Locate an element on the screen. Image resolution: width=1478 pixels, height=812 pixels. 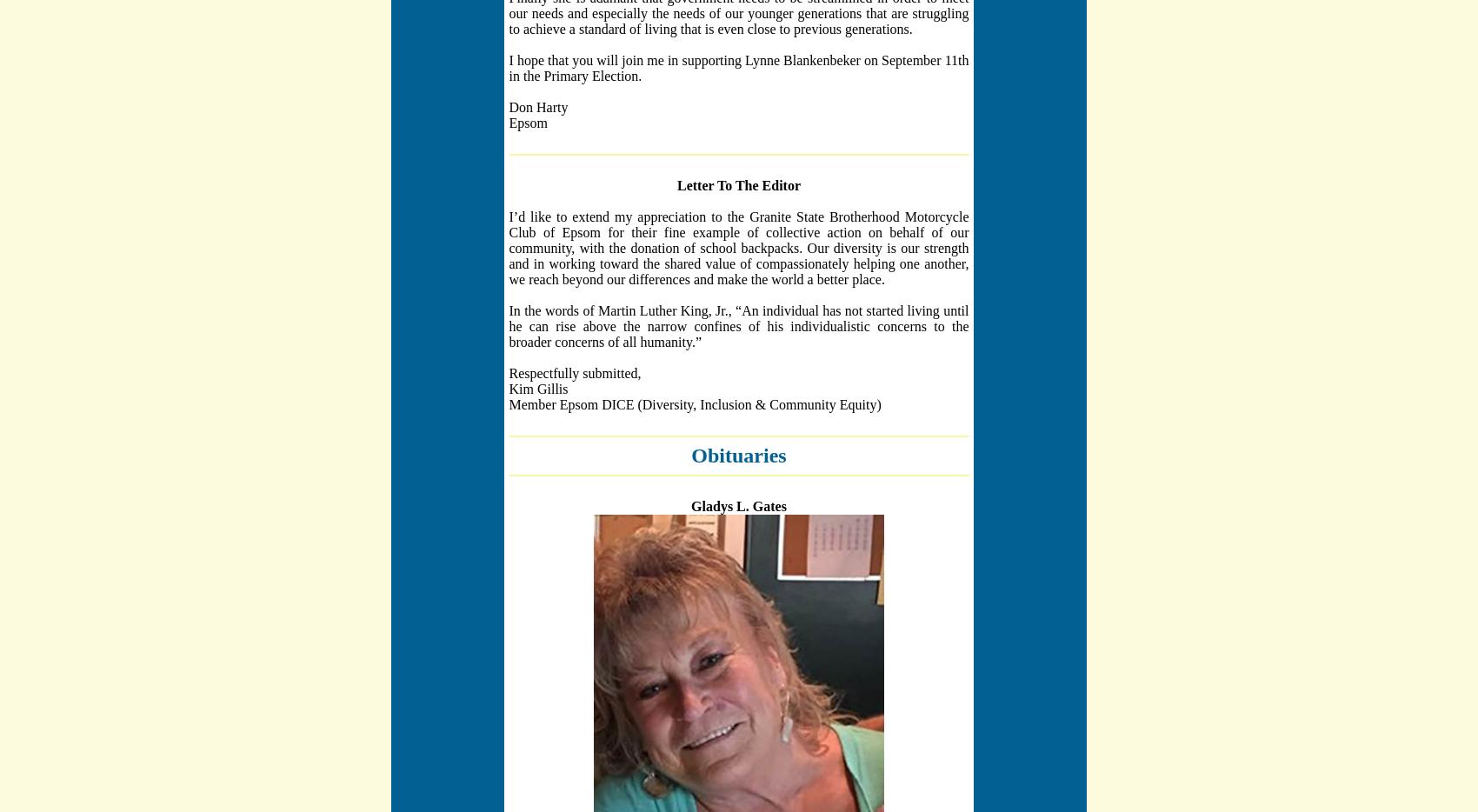
'Gladys L. Gates' is located at coordinates (737, 504).